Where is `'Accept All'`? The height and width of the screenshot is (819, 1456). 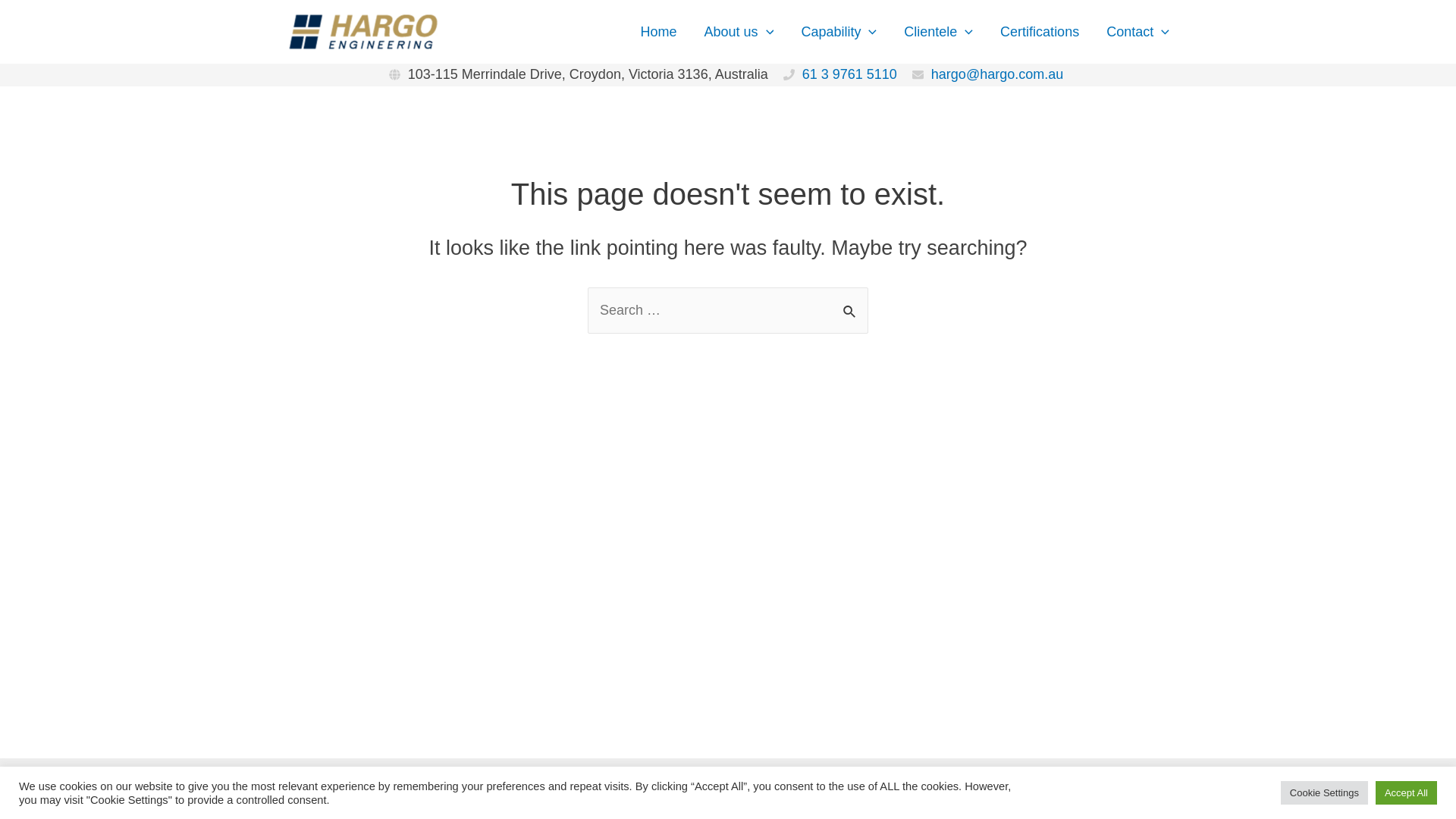
'Accept All' is located at coordinates (1376, 792).